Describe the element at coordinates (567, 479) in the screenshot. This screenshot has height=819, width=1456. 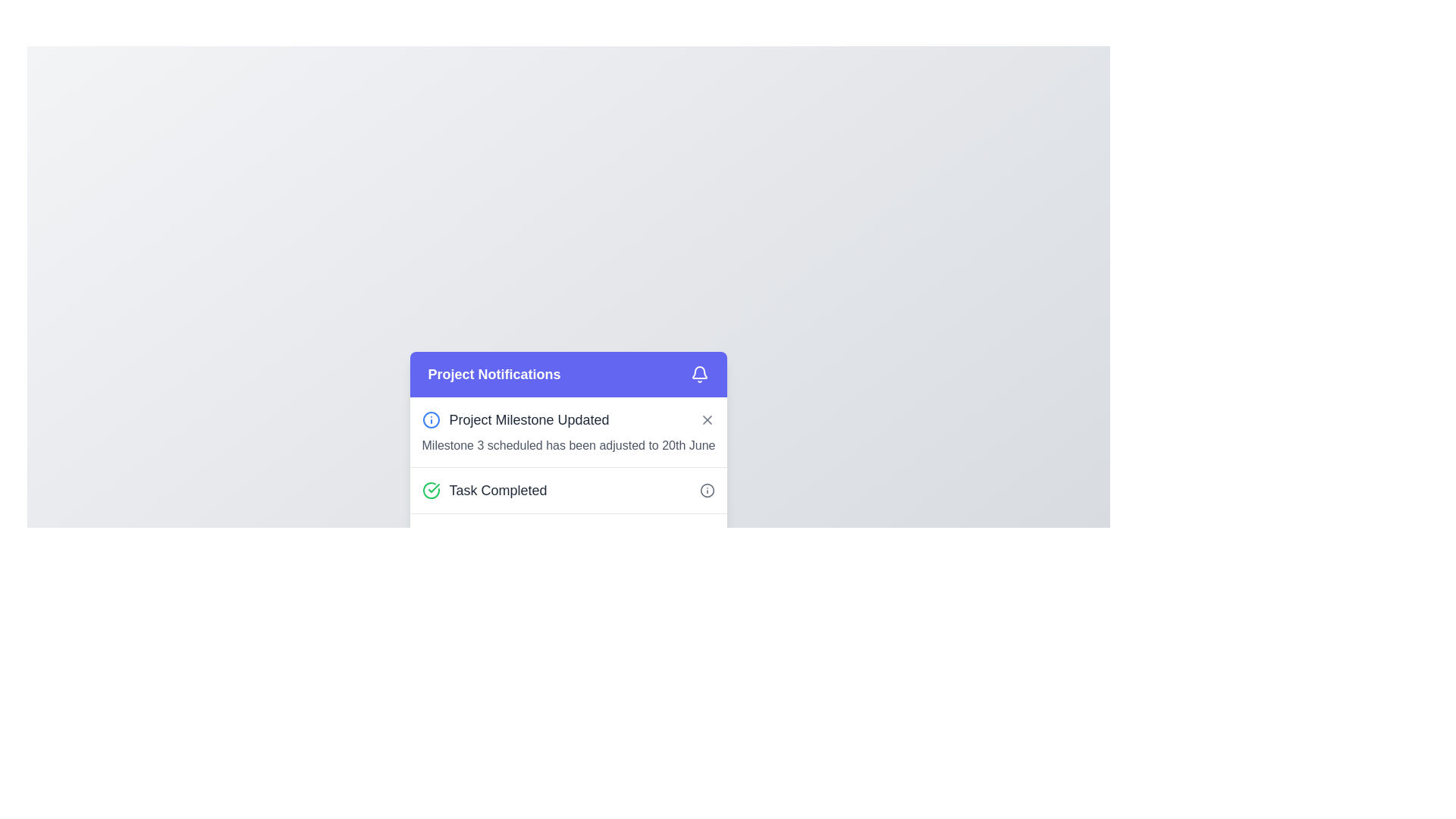
I see `the second notification item under 'Project Notifications'` at that location.